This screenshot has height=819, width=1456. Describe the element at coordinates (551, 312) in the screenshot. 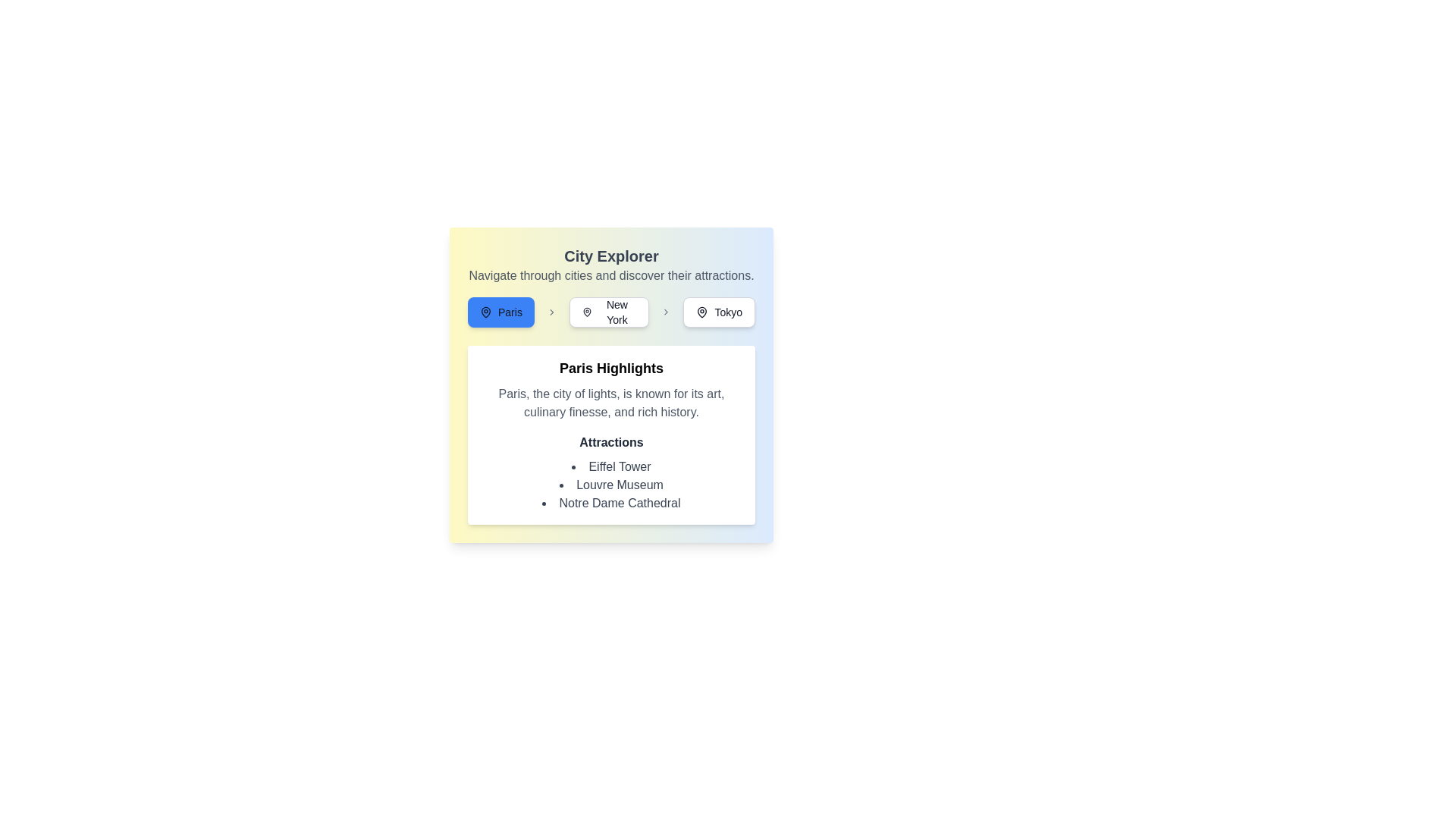

I see `the right-pointing chevron icon located between the 'Paris' and 'New York' buttons` at that location.